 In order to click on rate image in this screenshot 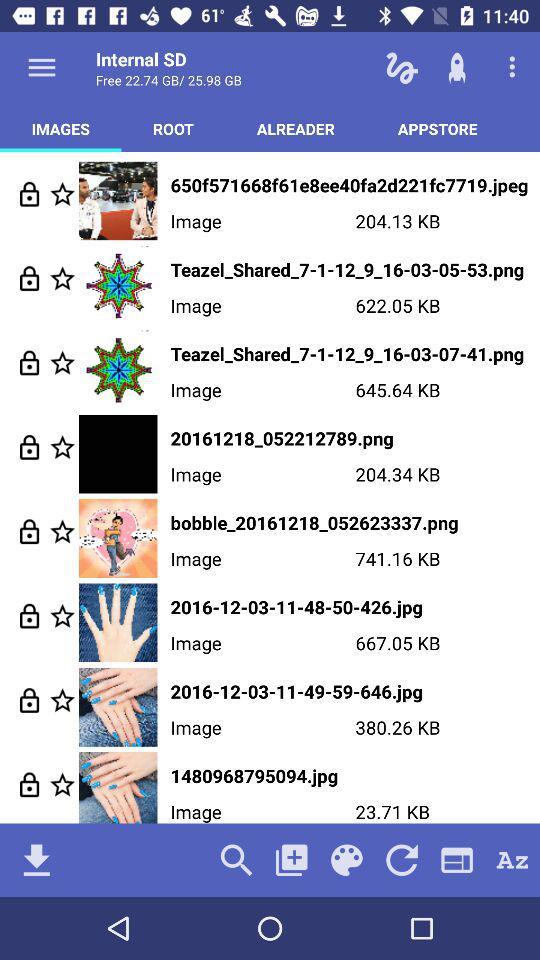, I will do `click(62, 447)`.